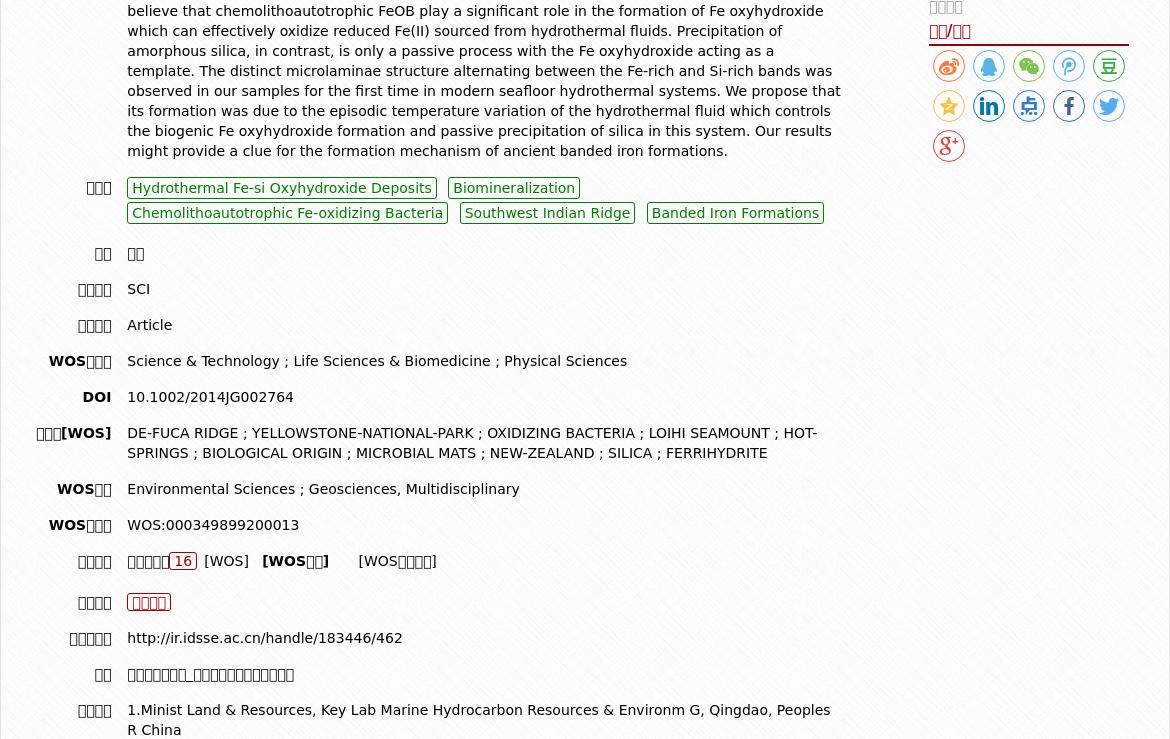 This screenshot has width=1170, height=739. I want to click on '16', so click(181, 559).